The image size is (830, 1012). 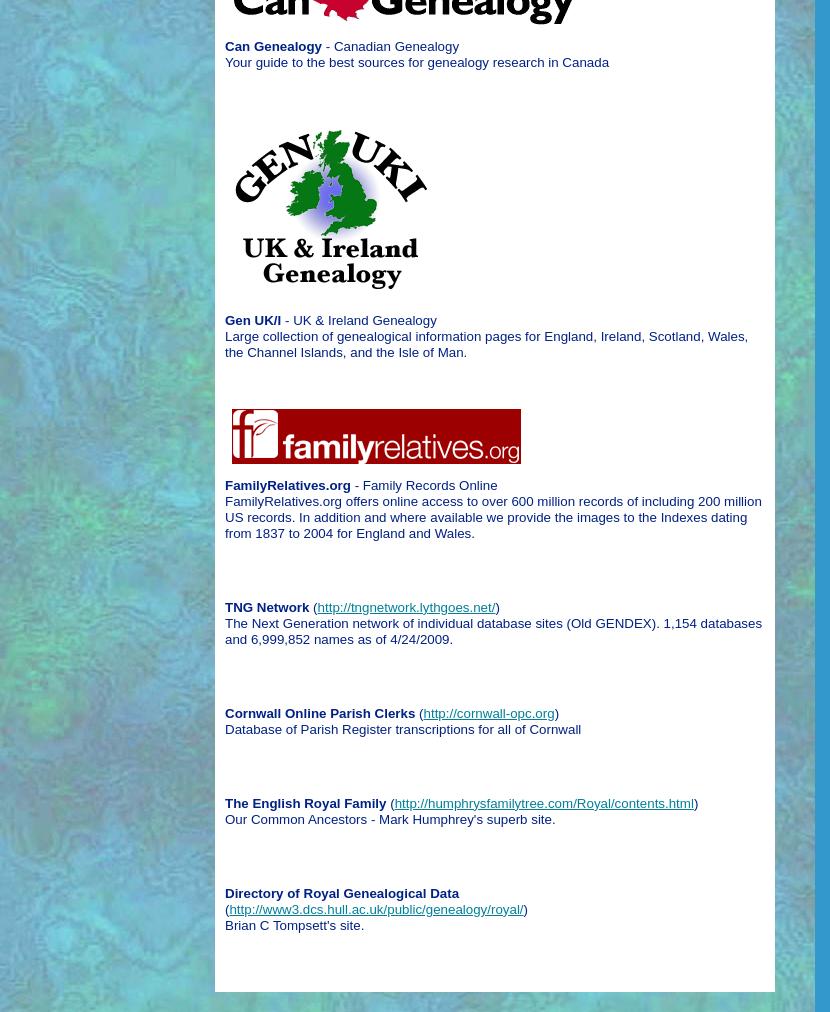 What do you see at coordinates (267, 605) in the screenshot?
I see `'TNG Network'` at bounding box center [267, 605].